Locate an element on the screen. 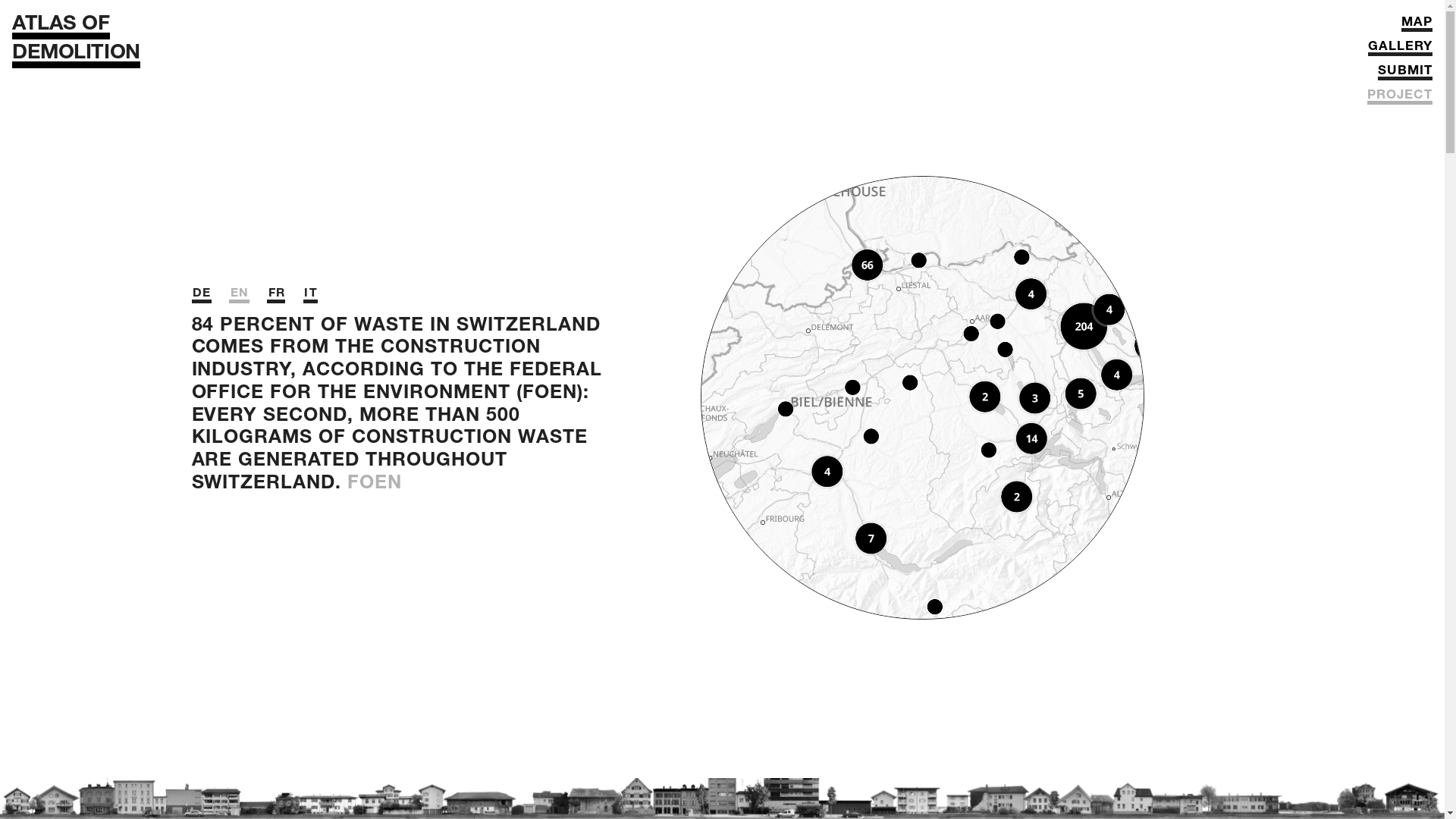 The height and width of the screenshot is (819, 1456). 'EN' is located at coordinates (238, 295).